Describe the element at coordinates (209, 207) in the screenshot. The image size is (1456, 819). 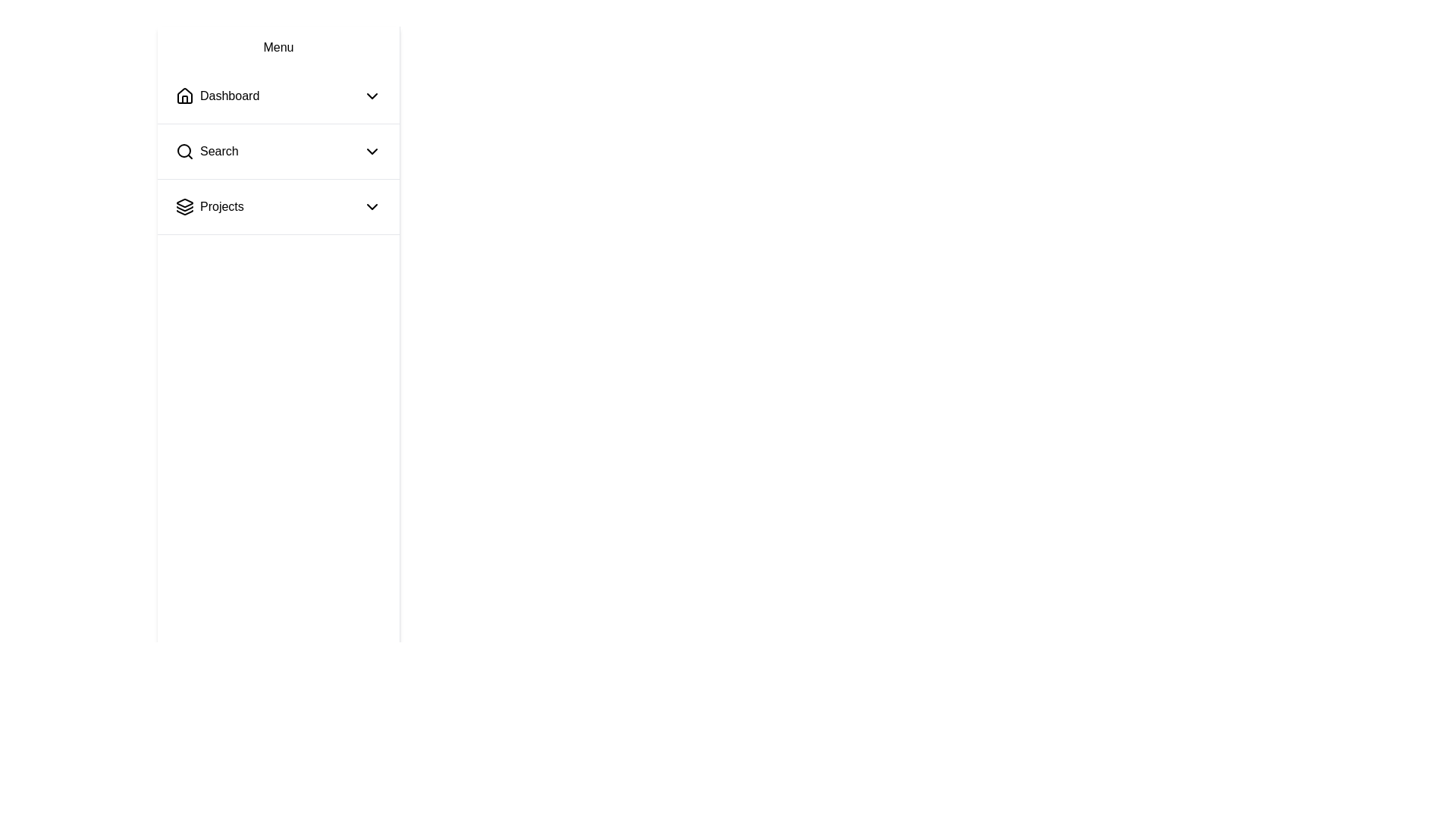
I see `label of the menu entry labeled 'Projects', which is the third item in the menu after 'Dashboard' and 'Search'` at that location.